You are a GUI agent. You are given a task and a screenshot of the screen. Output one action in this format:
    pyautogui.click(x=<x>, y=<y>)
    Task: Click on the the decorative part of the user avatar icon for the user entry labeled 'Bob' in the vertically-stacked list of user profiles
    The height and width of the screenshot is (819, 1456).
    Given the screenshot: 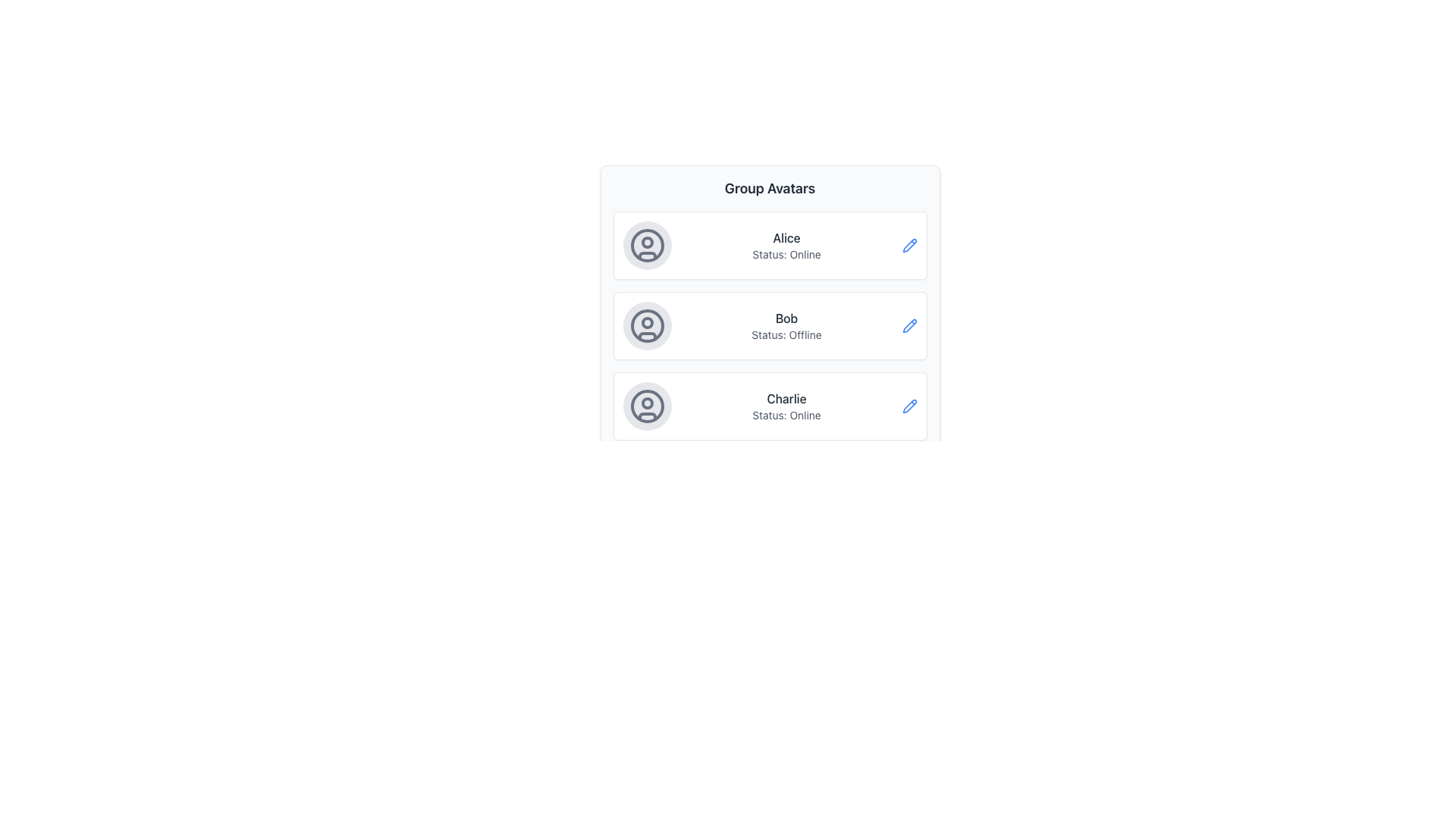 What is the action you would take?
    pyautogui.click(x=647, y=335)
    